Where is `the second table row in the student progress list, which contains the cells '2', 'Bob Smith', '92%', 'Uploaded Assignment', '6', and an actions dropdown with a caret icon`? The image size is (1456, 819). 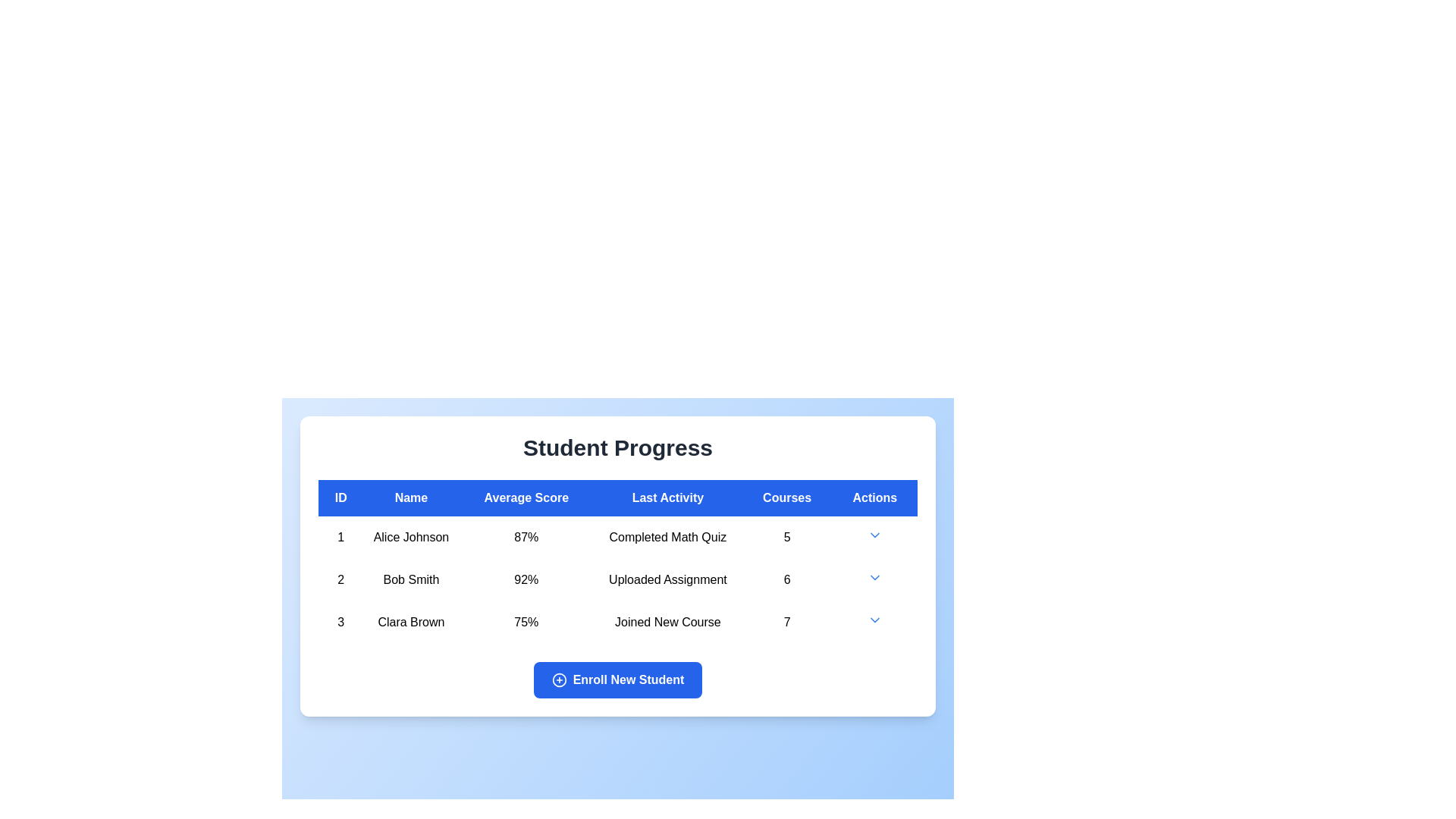
the second table row in the student progress list, which contains the cells '2', 'Bob Smith', '92%', 'Uploaded Assignment', '6', and an actions dropdown with a caret icon is located at coordinates (618, 579).